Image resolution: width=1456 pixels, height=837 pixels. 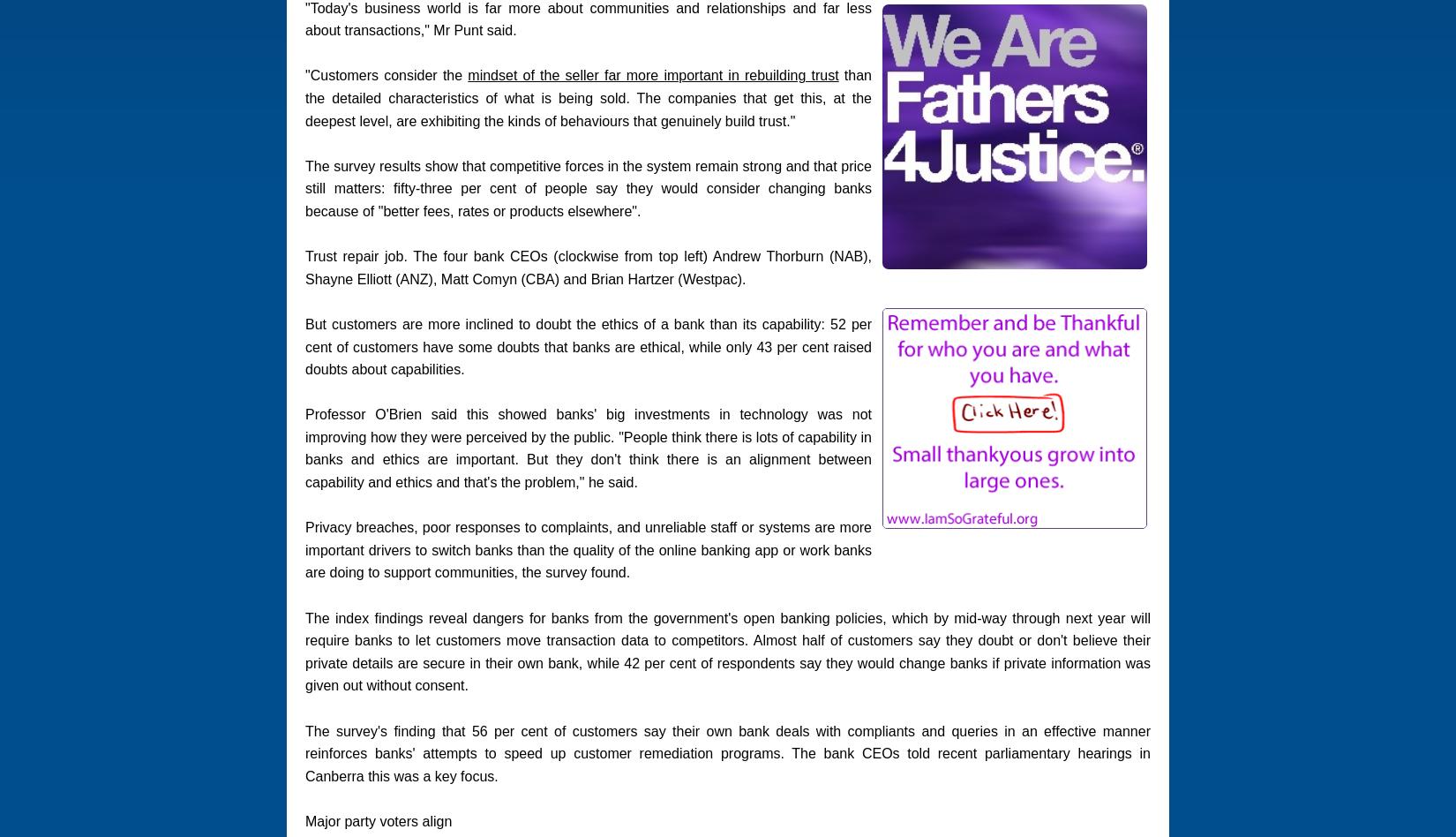 What do you see at coordinates (587, 449) in the screenshot?
I see `'Professor O'Brien said this showed banks' big investments in technology was not improving how they were perceived by the public. "People think there is lots of capability in banks and ethics are important. But they don't think there is an alignment between capability and ethics and that's the problem," he said.'` at bounding box center [587, 449].